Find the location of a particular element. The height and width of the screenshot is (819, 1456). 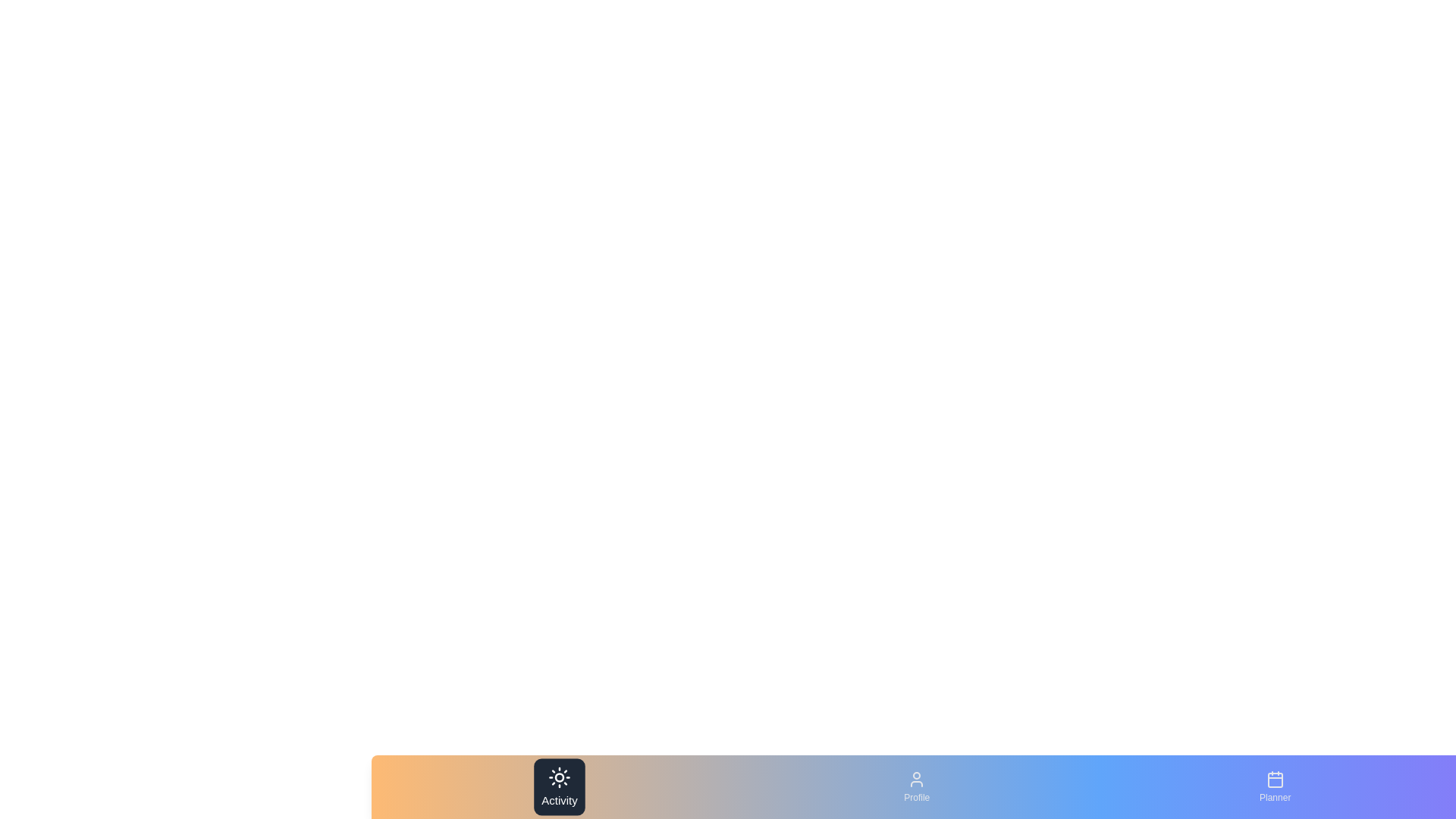

the tab labeled Planner to observe visual feedback is located at coordinates (1274, 786).